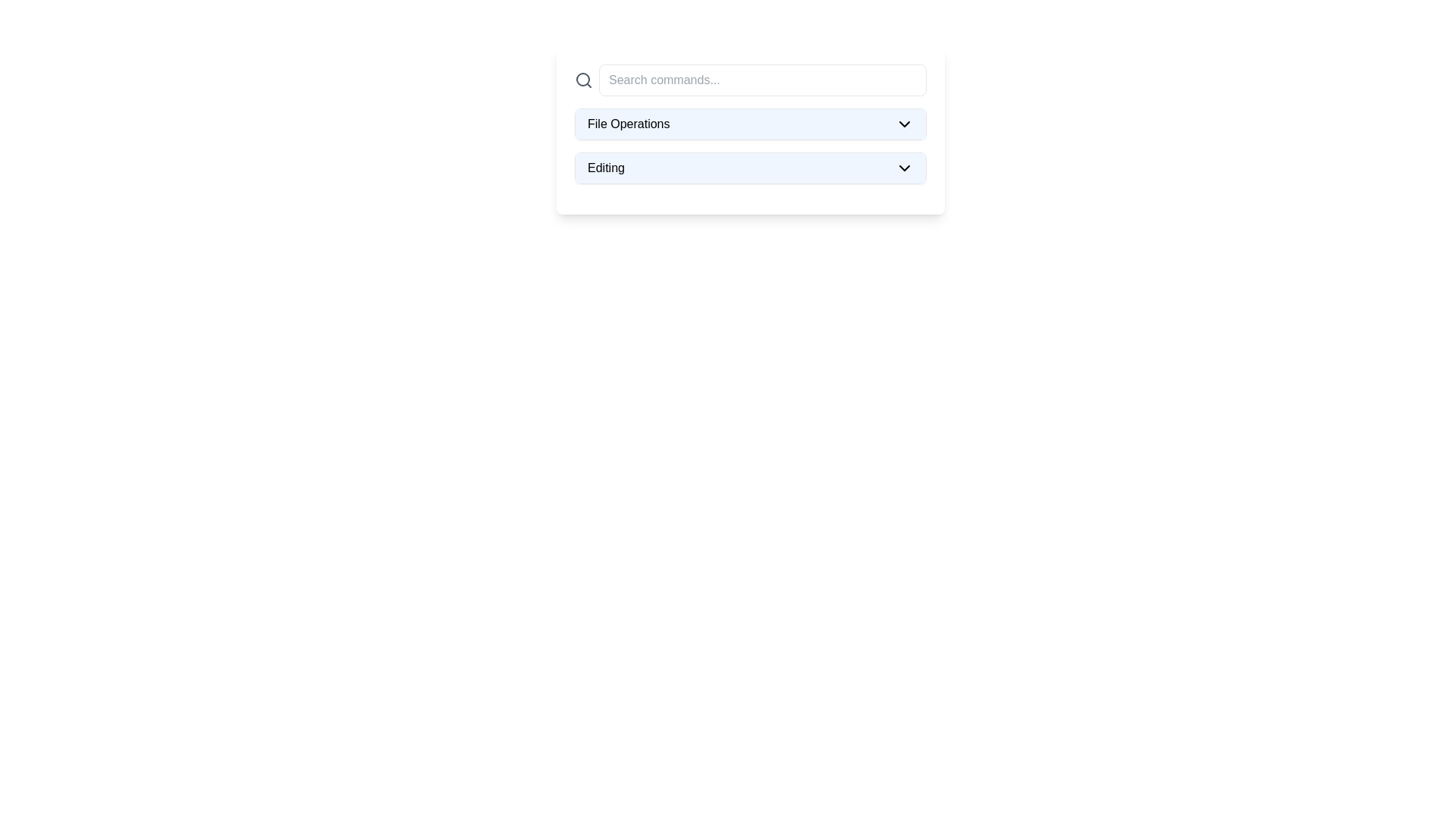 The width and height of the screenshot is (1456, 819). Describe the element at coordinates (905, 124) in the screenshot. I see `the Dropdown indicator (SVG icon)` at that location.